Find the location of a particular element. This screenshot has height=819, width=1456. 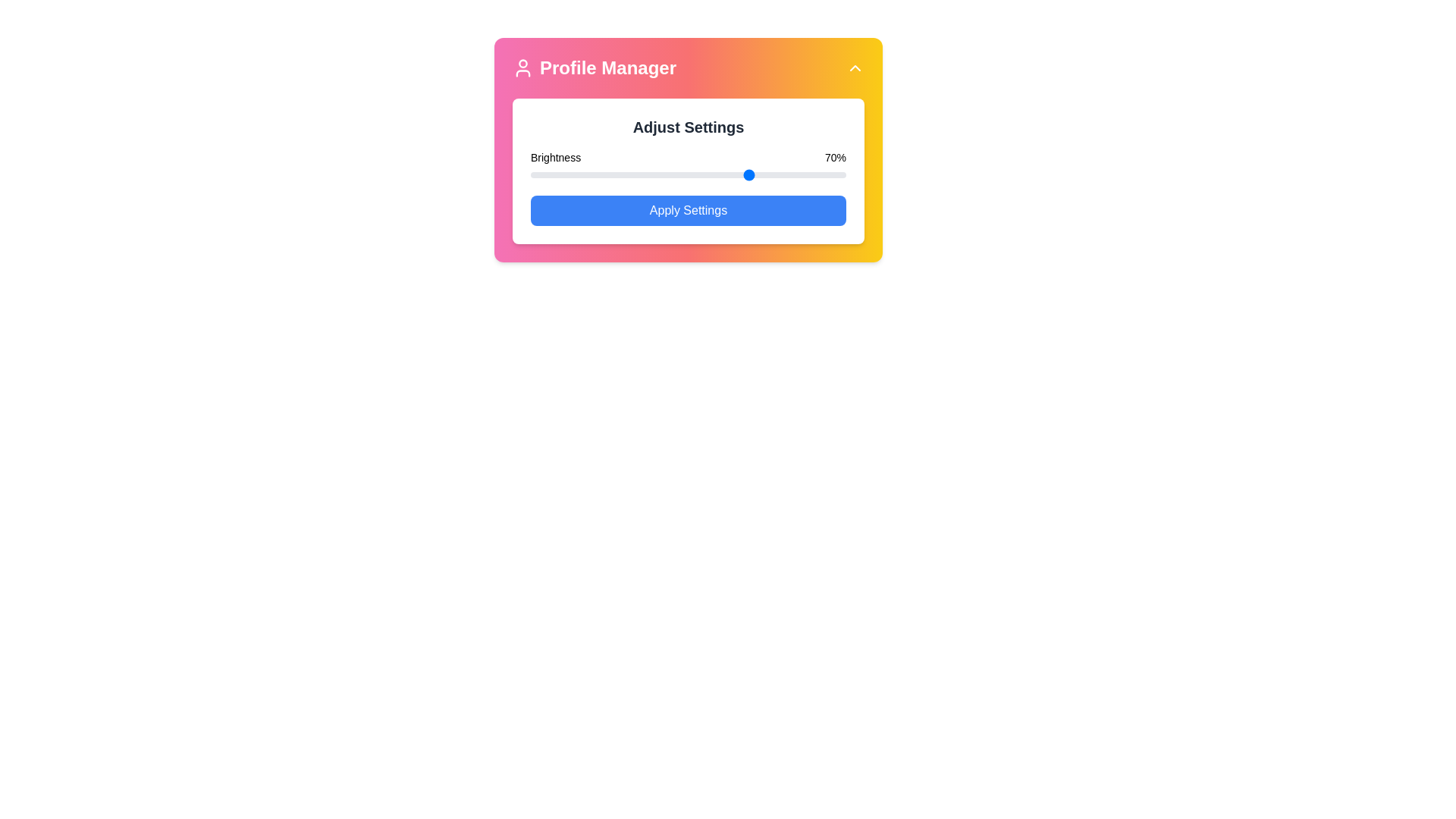

brightness is located at coordinates (773, 174).